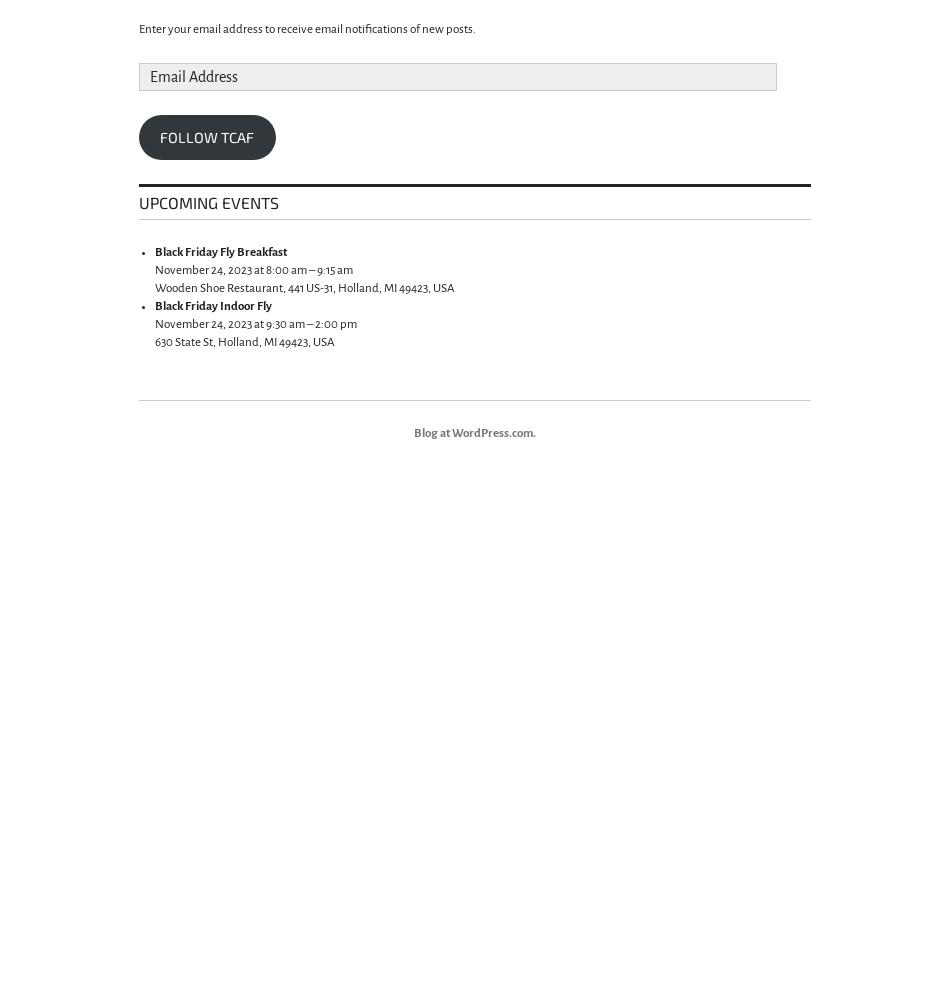  What do you see at coordinates (244, 341) in the screenshot?
I see `'630 State St, Holland, MI 49423, USA'` at bounding box center [244, 341].